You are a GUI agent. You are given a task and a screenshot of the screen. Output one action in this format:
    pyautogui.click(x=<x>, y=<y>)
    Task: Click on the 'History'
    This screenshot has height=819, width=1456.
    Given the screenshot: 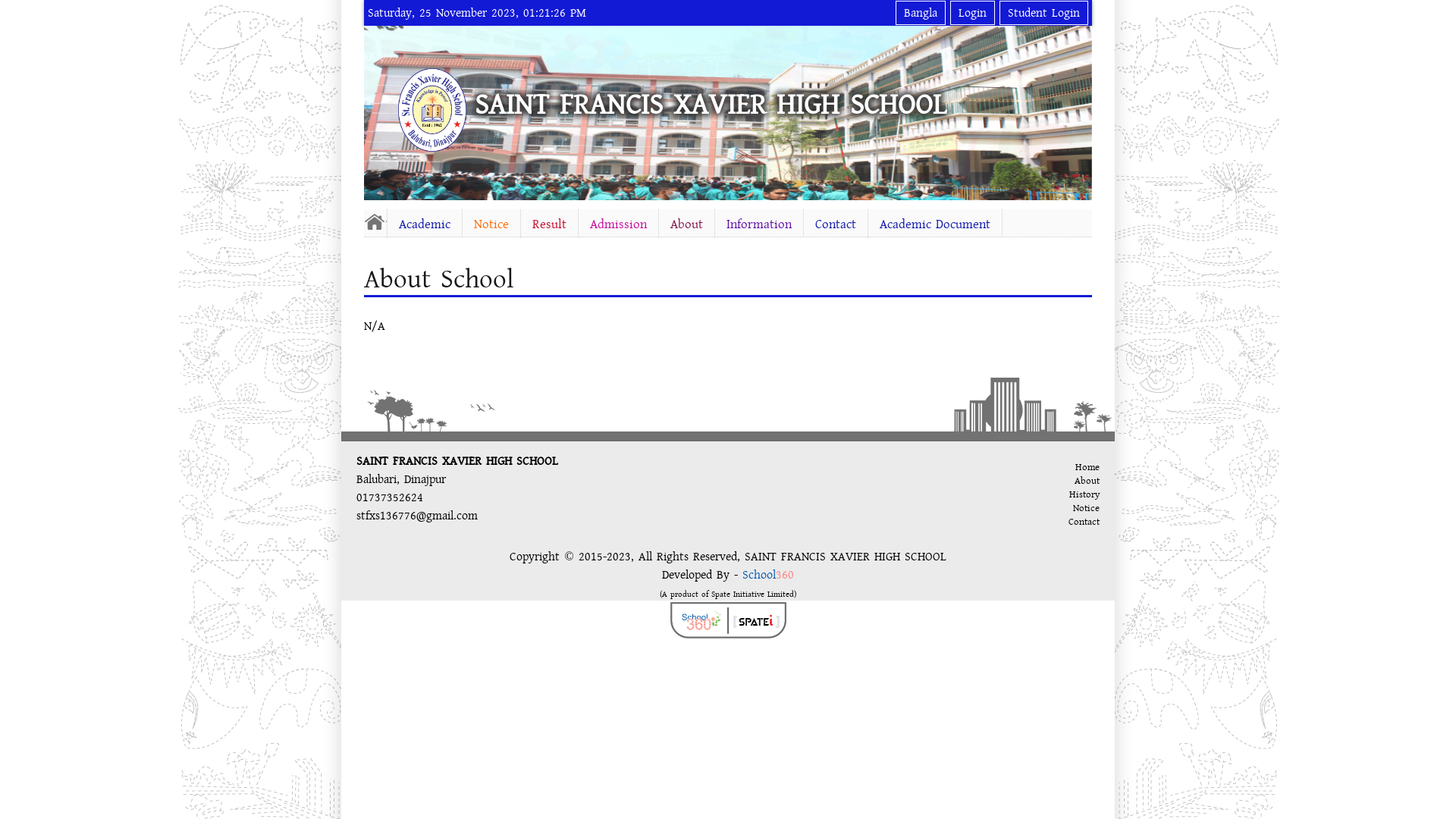 What is the action you would take?
    pyautogui.click(x=1084, y=494)
    